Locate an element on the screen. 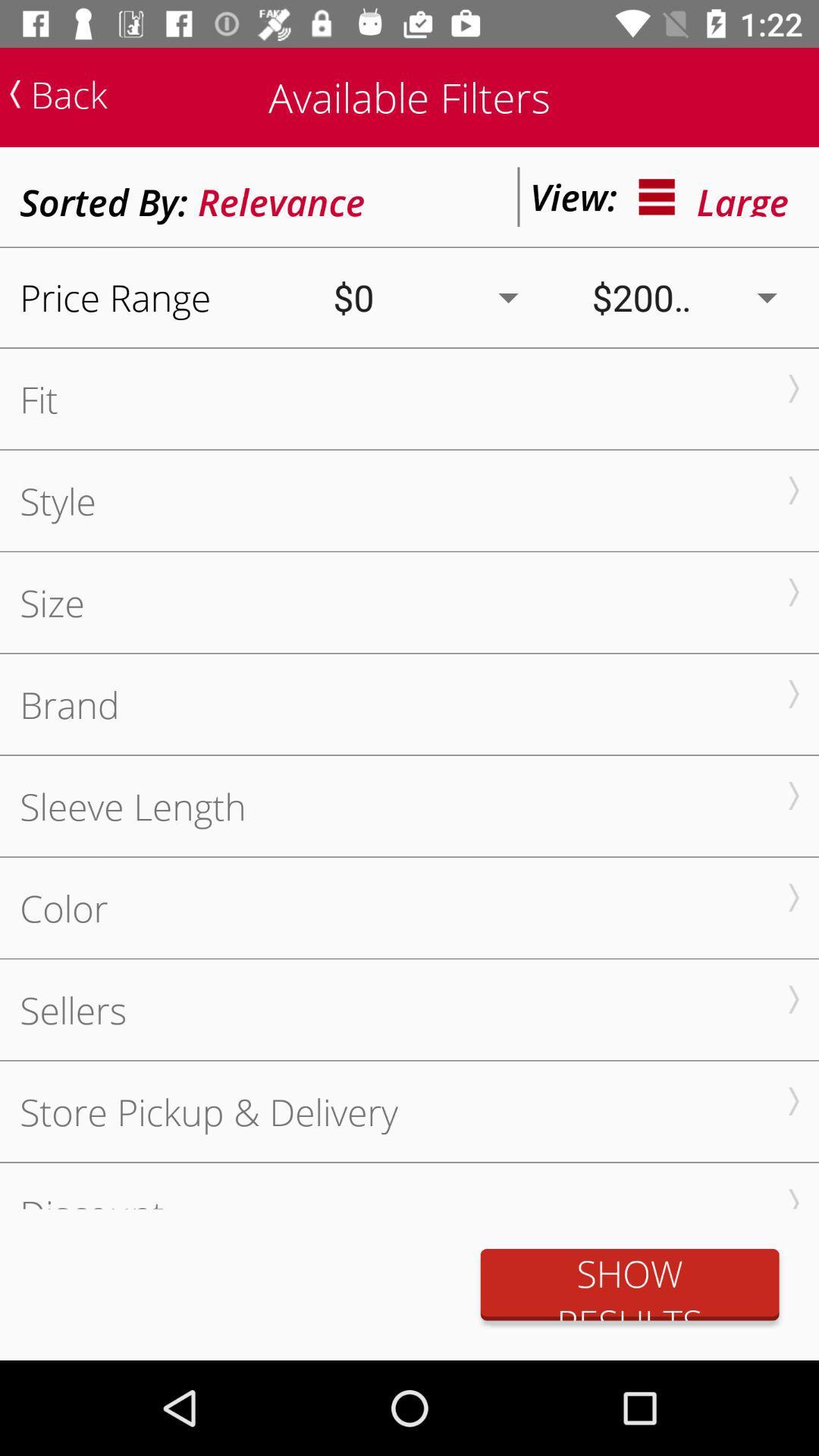 This screenshot has width=819, height=1456. icon below available filters icon is located at coordinates (281, 196).